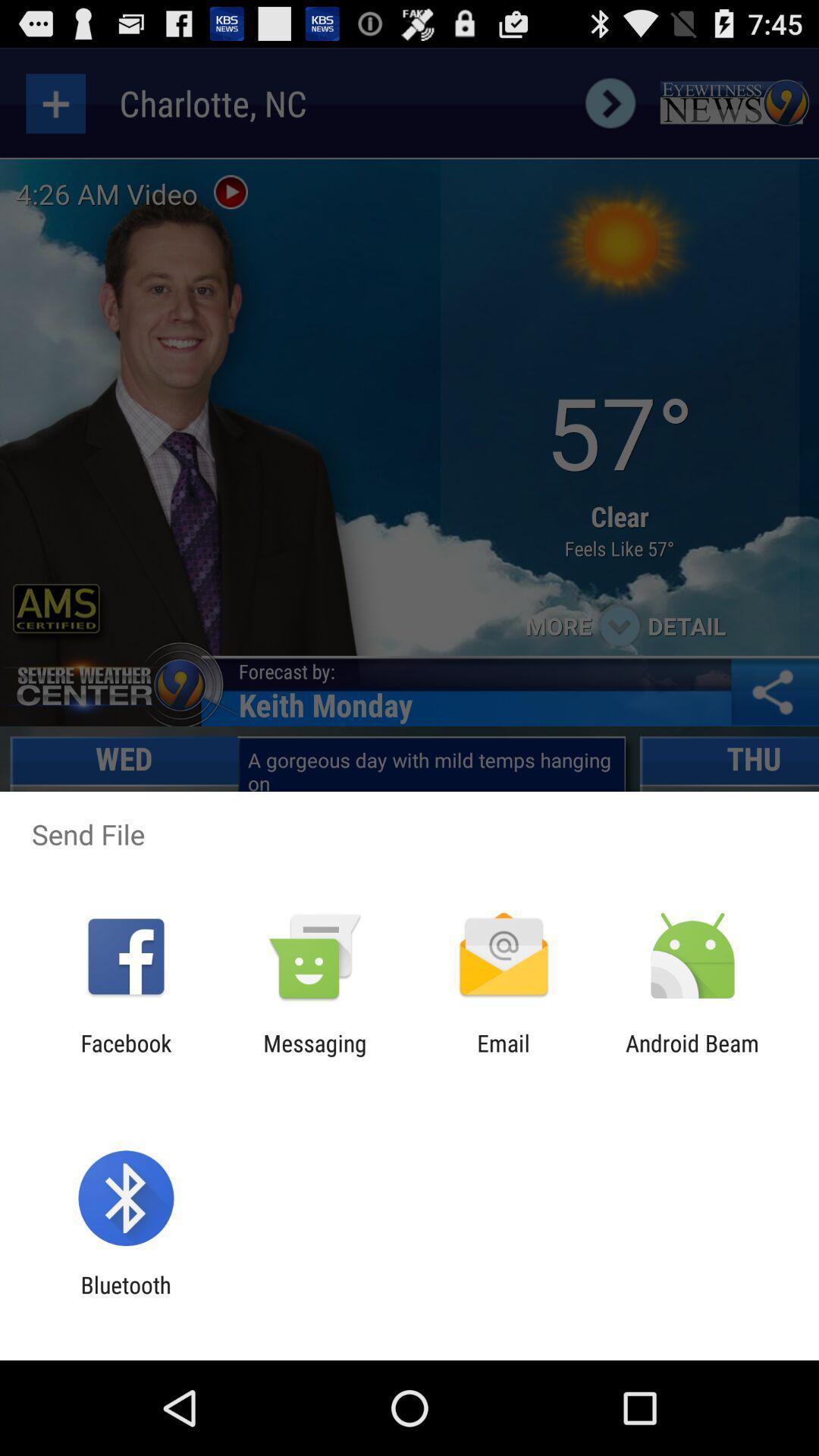  I want to click on the icon to the right of facebook, so click(314, 1056).